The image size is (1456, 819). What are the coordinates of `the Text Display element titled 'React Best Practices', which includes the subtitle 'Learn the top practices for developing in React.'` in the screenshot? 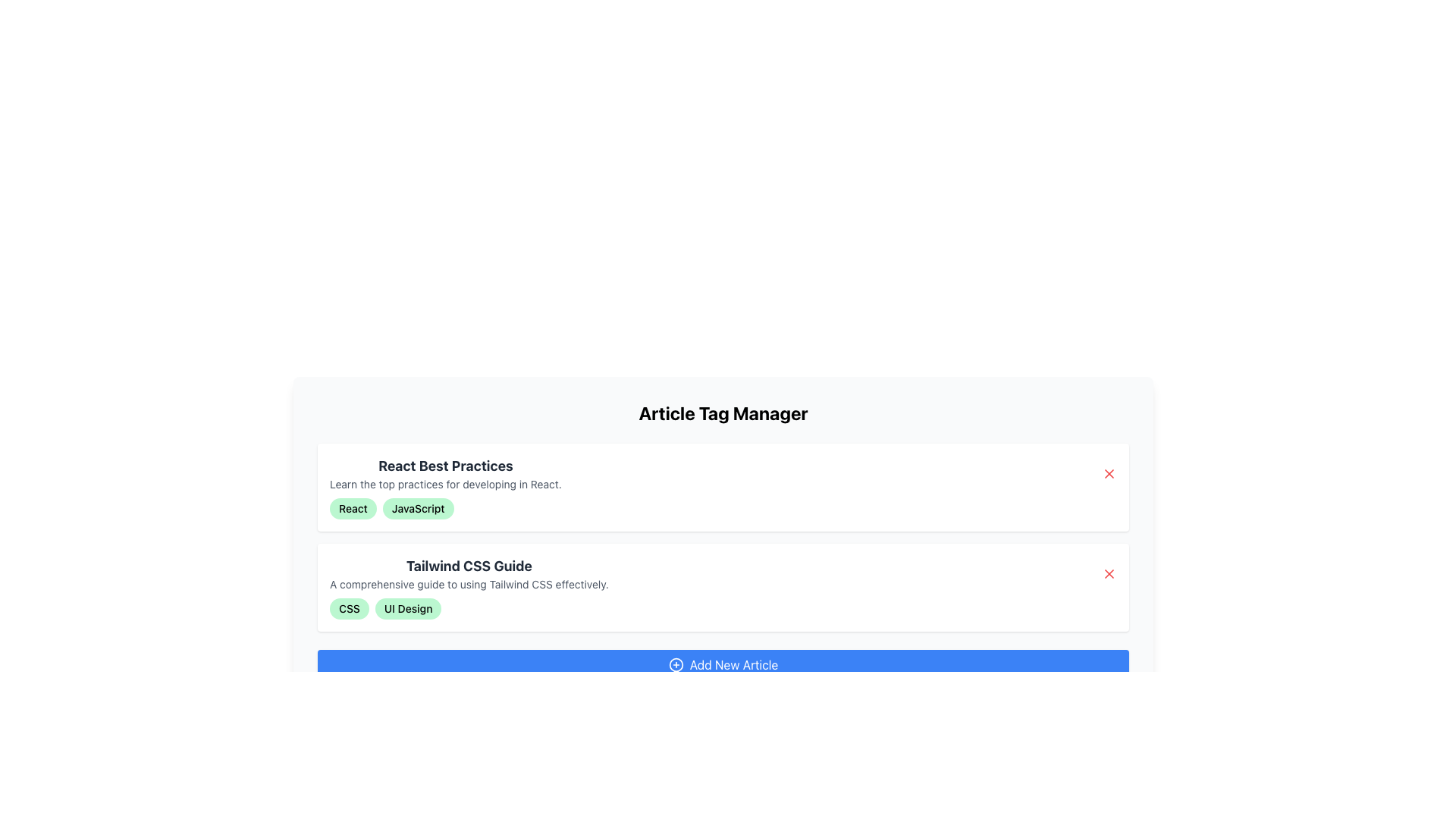 It's located at (444, 472).